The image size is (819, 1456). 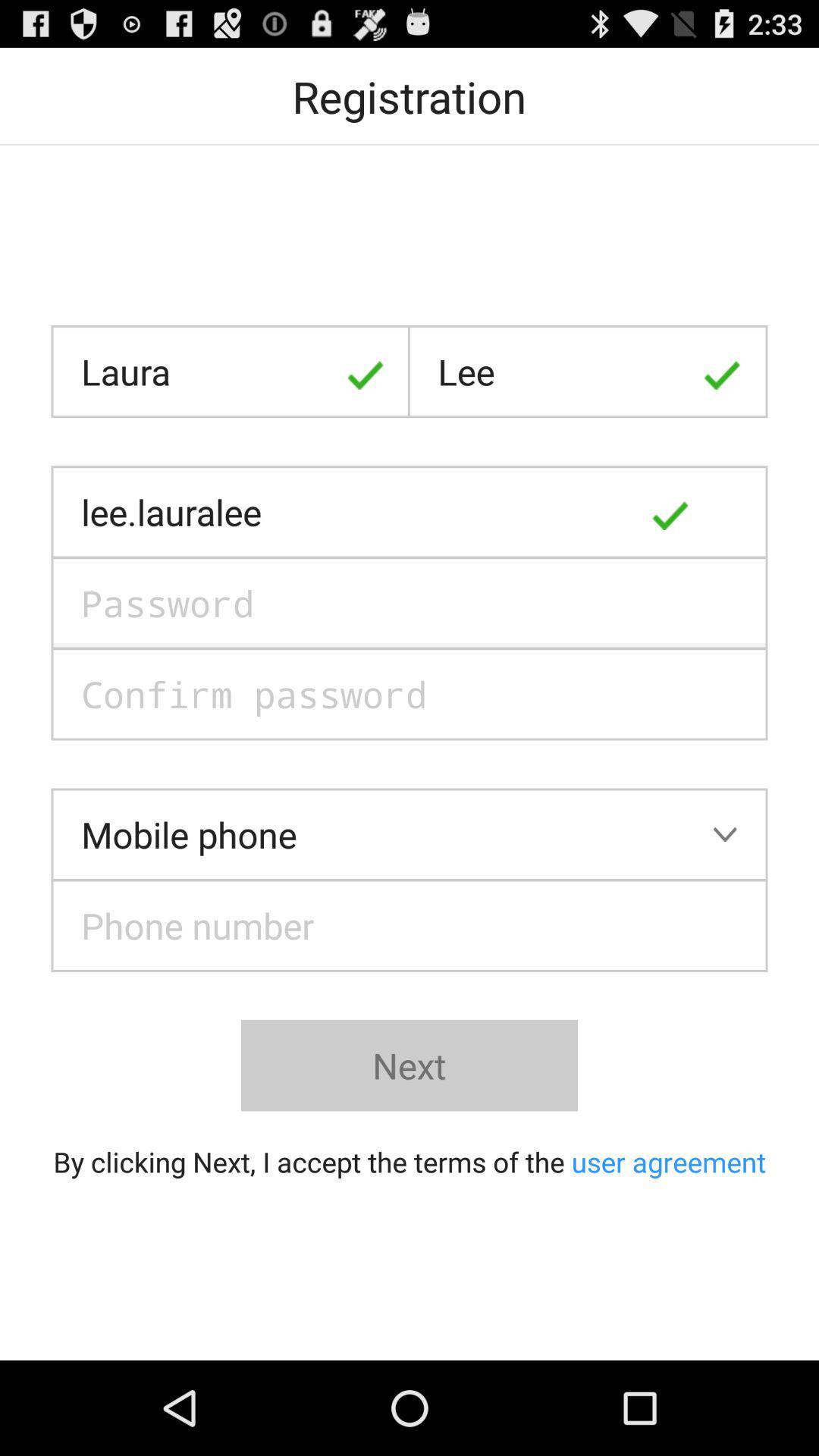 What do you see at coordinates (409, 1161) in the screenshot?
I see `by clicking next` at bounding box center [409, 1161].